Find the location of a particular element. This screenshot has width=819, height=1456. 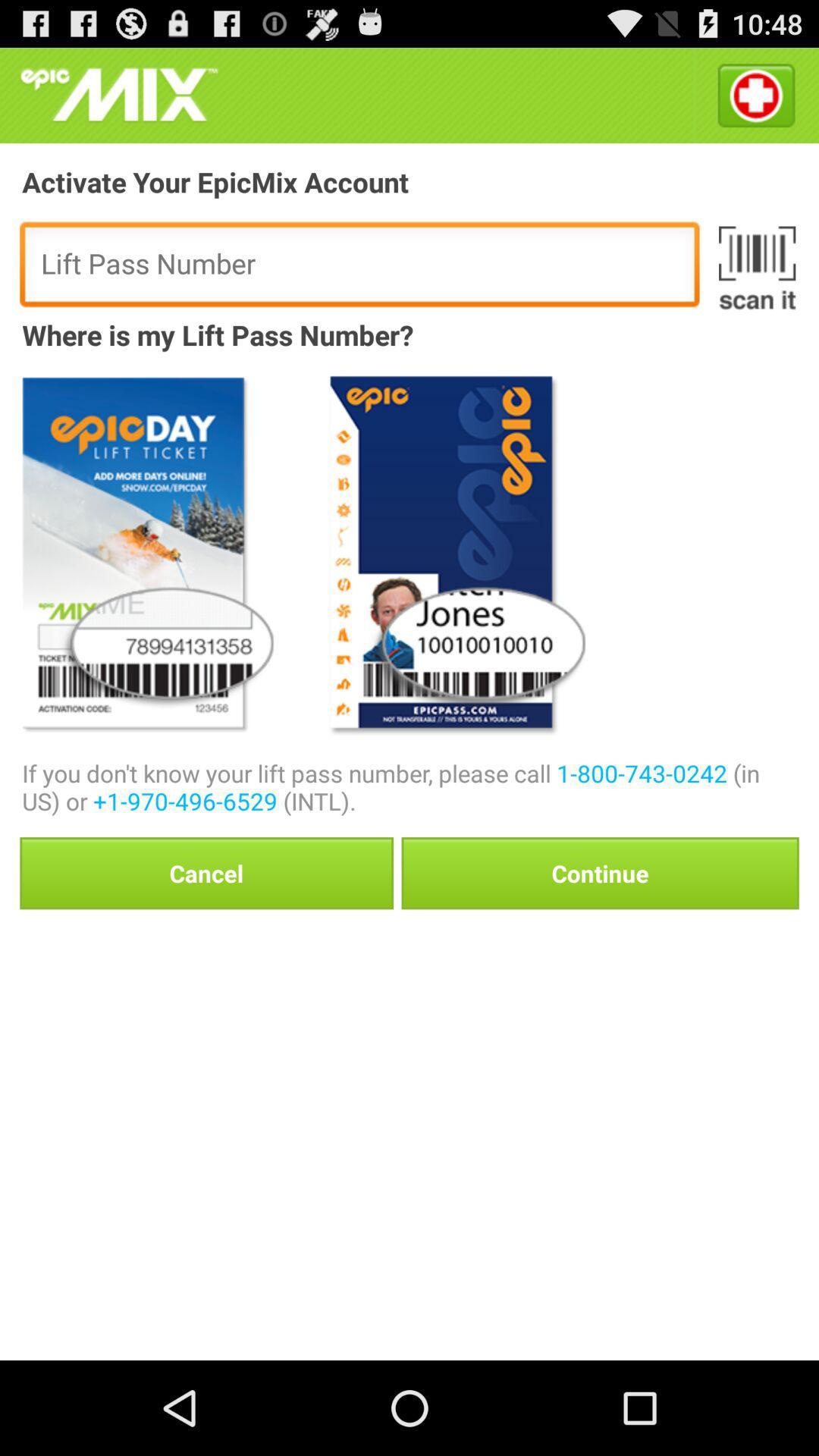

the icon next to the continue item is located at coordinates (206, 873).